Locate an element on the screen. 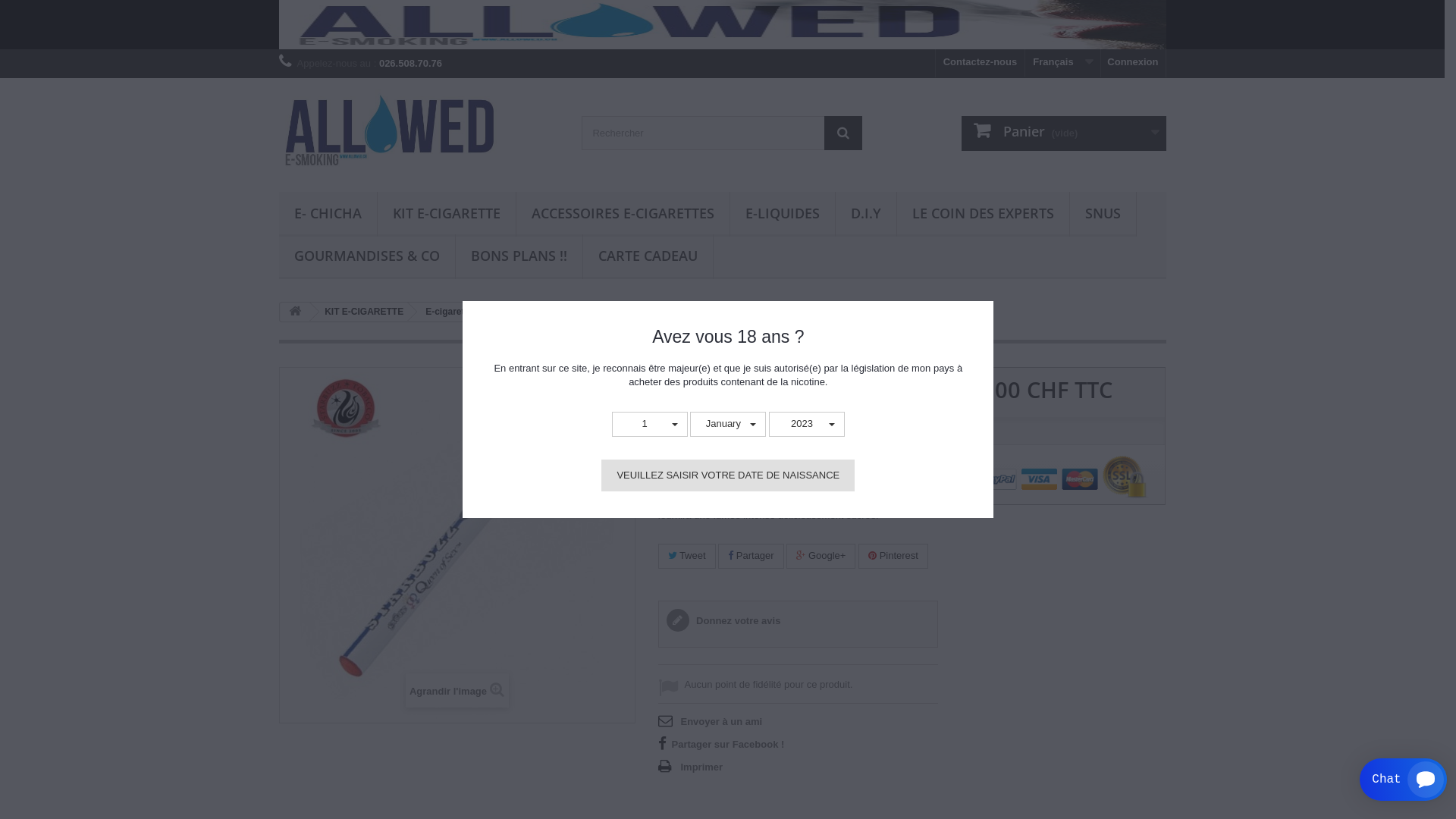 This screenshot has height=819, width=1456. 'CARTE CADEAU' is located at coordinates (647, 256).